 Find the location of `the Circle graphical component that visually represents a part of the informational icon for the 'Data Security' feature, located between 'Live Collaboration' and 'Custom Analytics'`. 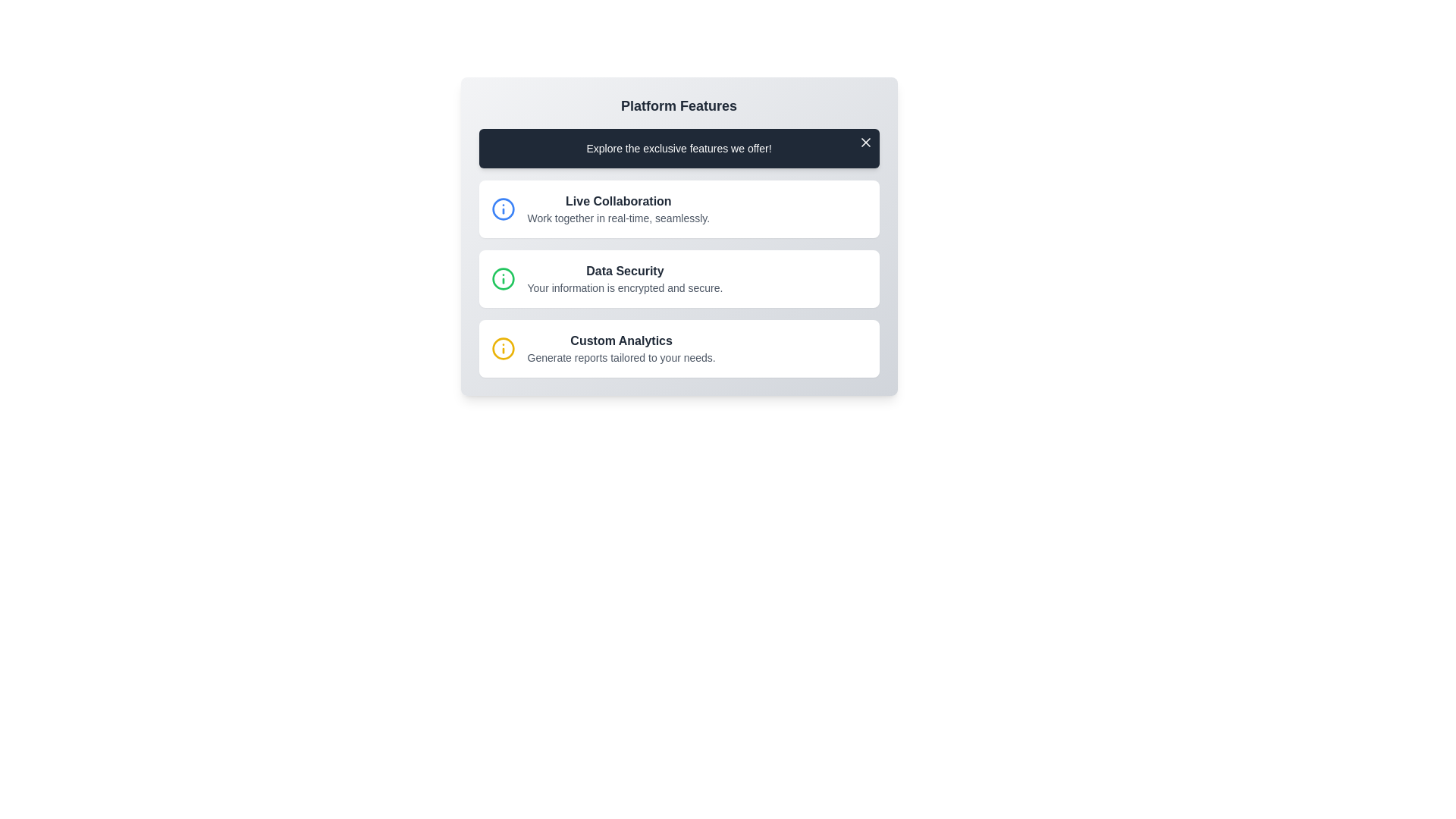

the Circle graphical component that visually represents a part of the informational icon for the 'Data Security' feature, located between 'Live Collaboration' and 'Custom Analytics' is located at coordinates (503, 278).